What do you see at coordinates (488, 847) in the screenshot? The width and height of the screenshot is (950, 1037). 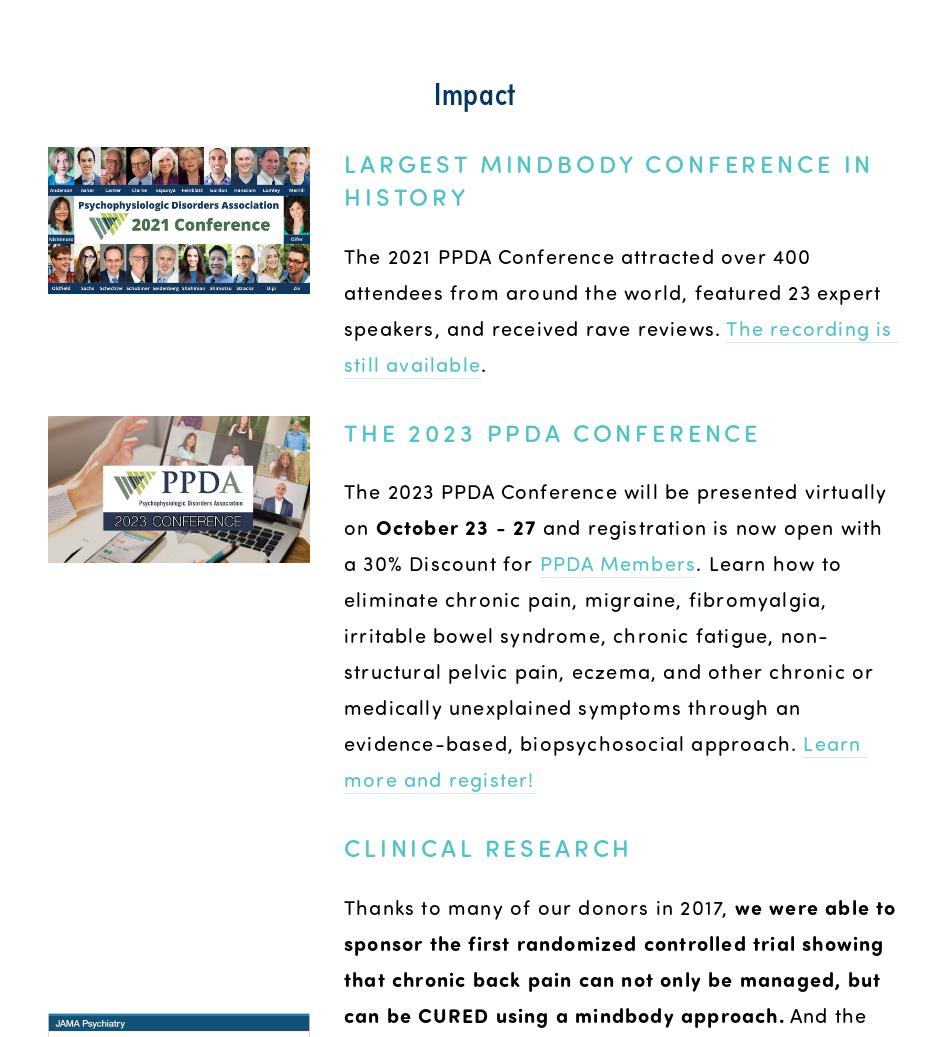 I see `'clinical Research'` at bounding box center [488, 847].